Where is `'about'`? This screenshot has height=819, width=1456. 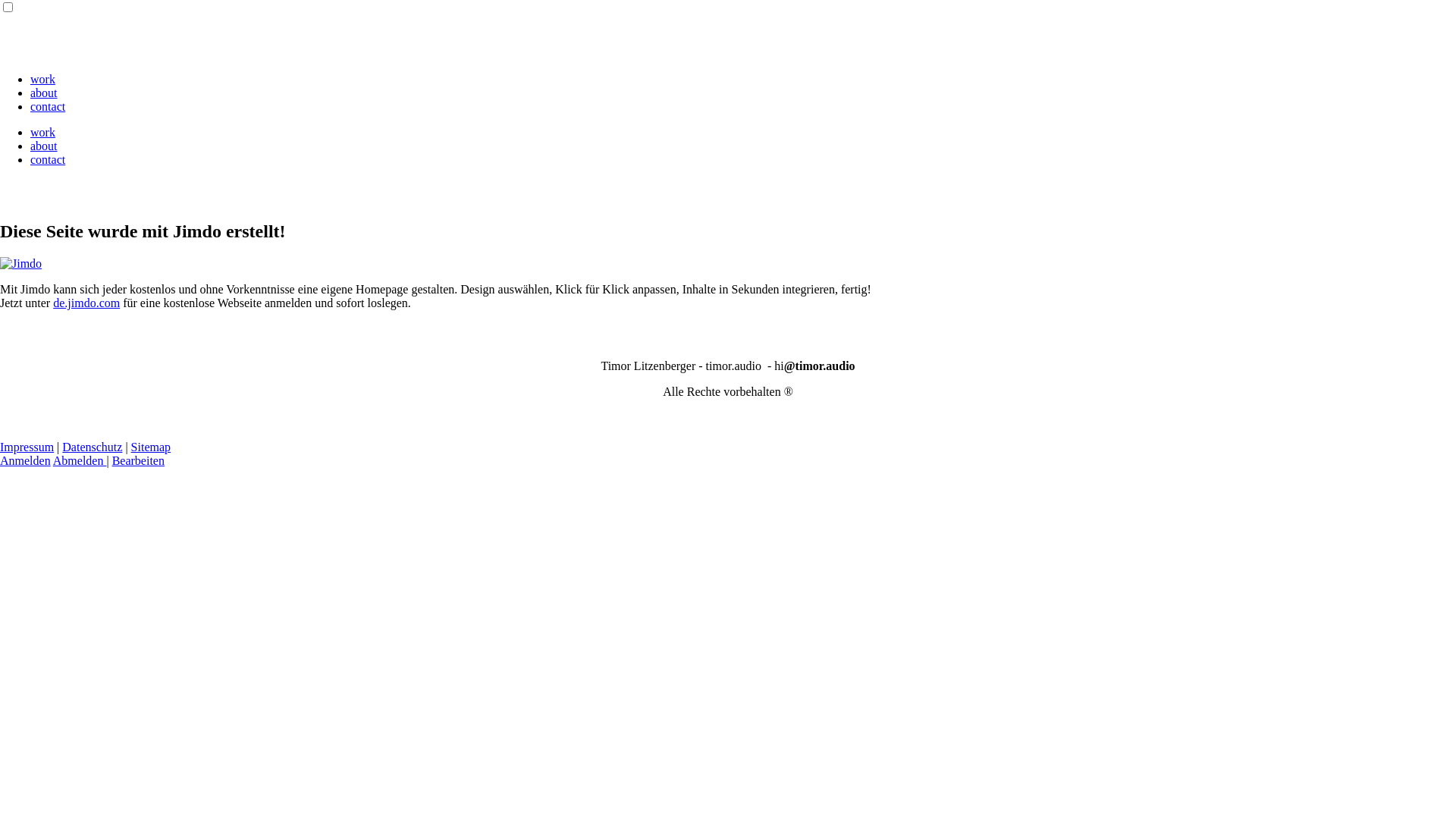 'about' is located at coordinates (30, 93).